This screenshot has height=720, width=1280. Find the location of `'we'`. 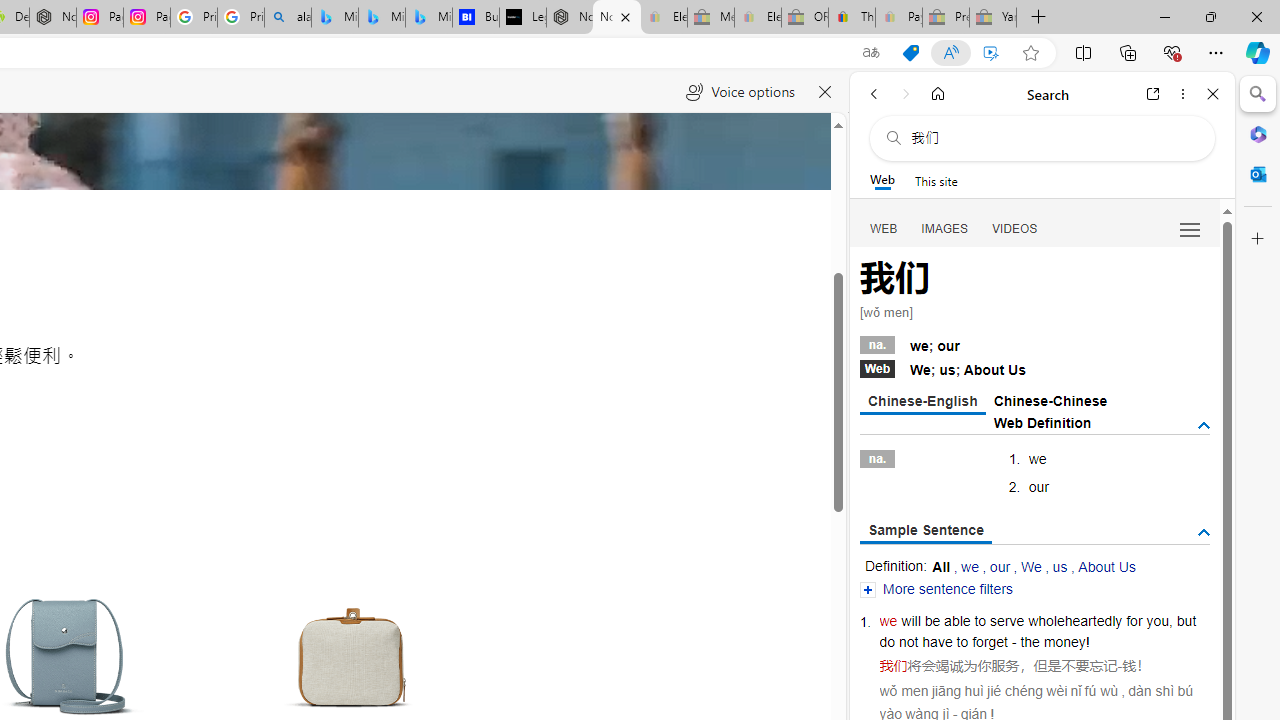

'we' is located at coordinates (887, 620).